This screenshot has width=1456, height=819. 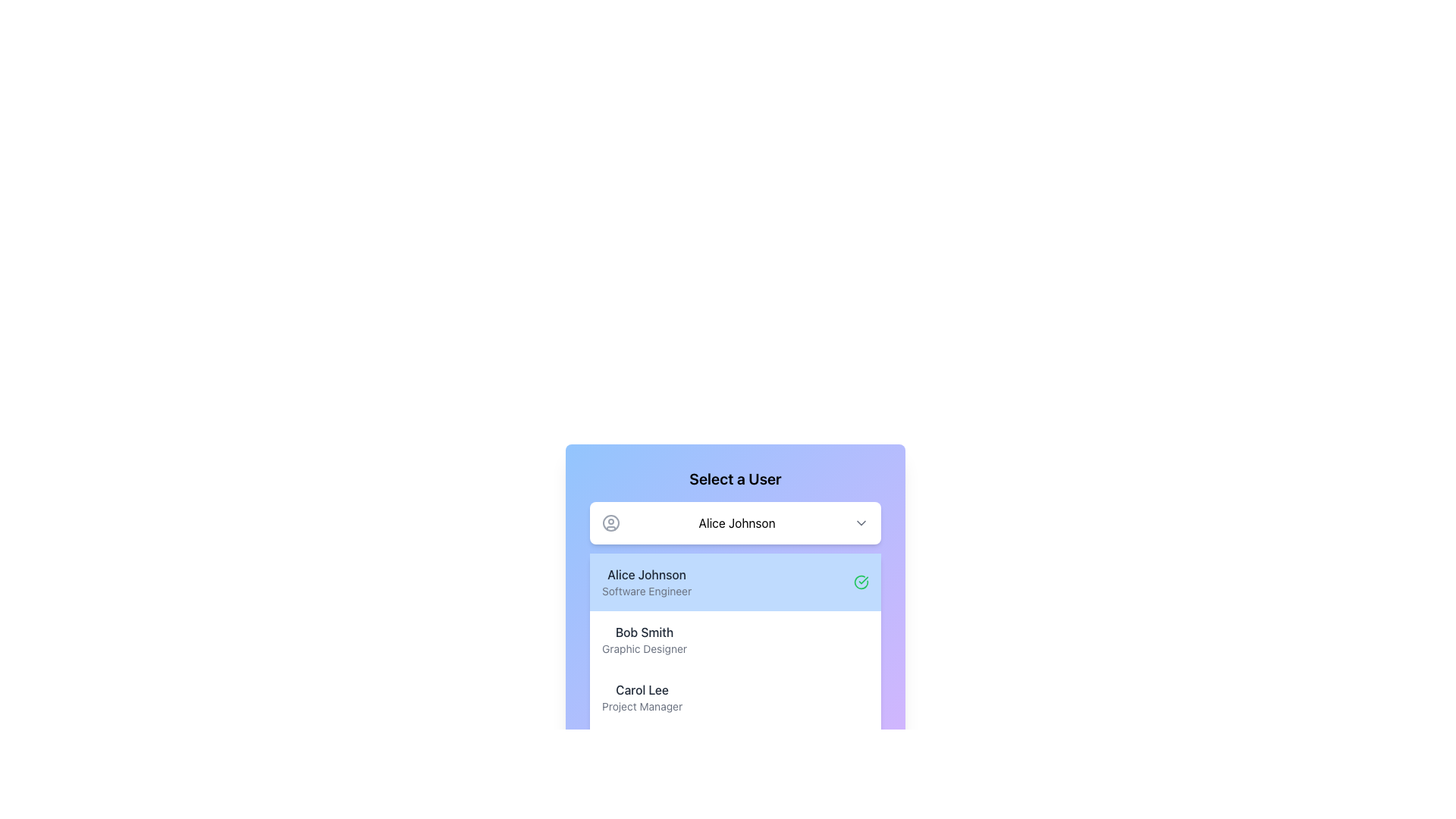 What do you see at coordinates (642, 698) in the screenshot?
I see `the information display for user 'Carol Lee', who is listed as the third user in the 'Select a User' section` at bounding box center [642, 698].